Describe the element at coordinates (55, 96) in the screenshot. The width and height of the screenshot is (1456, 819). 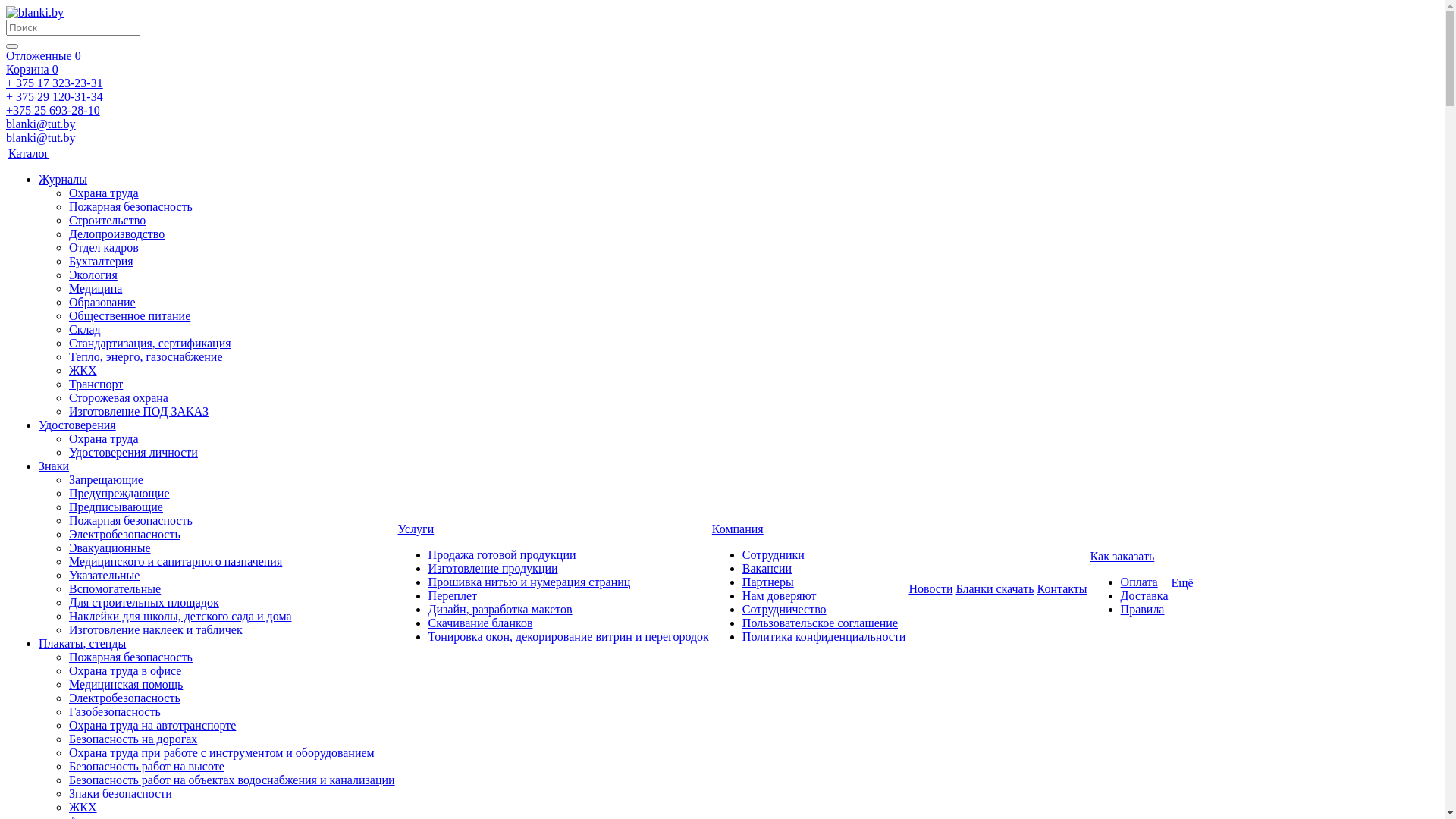
I see `'+ 375 29 120-31-34'` at that location.